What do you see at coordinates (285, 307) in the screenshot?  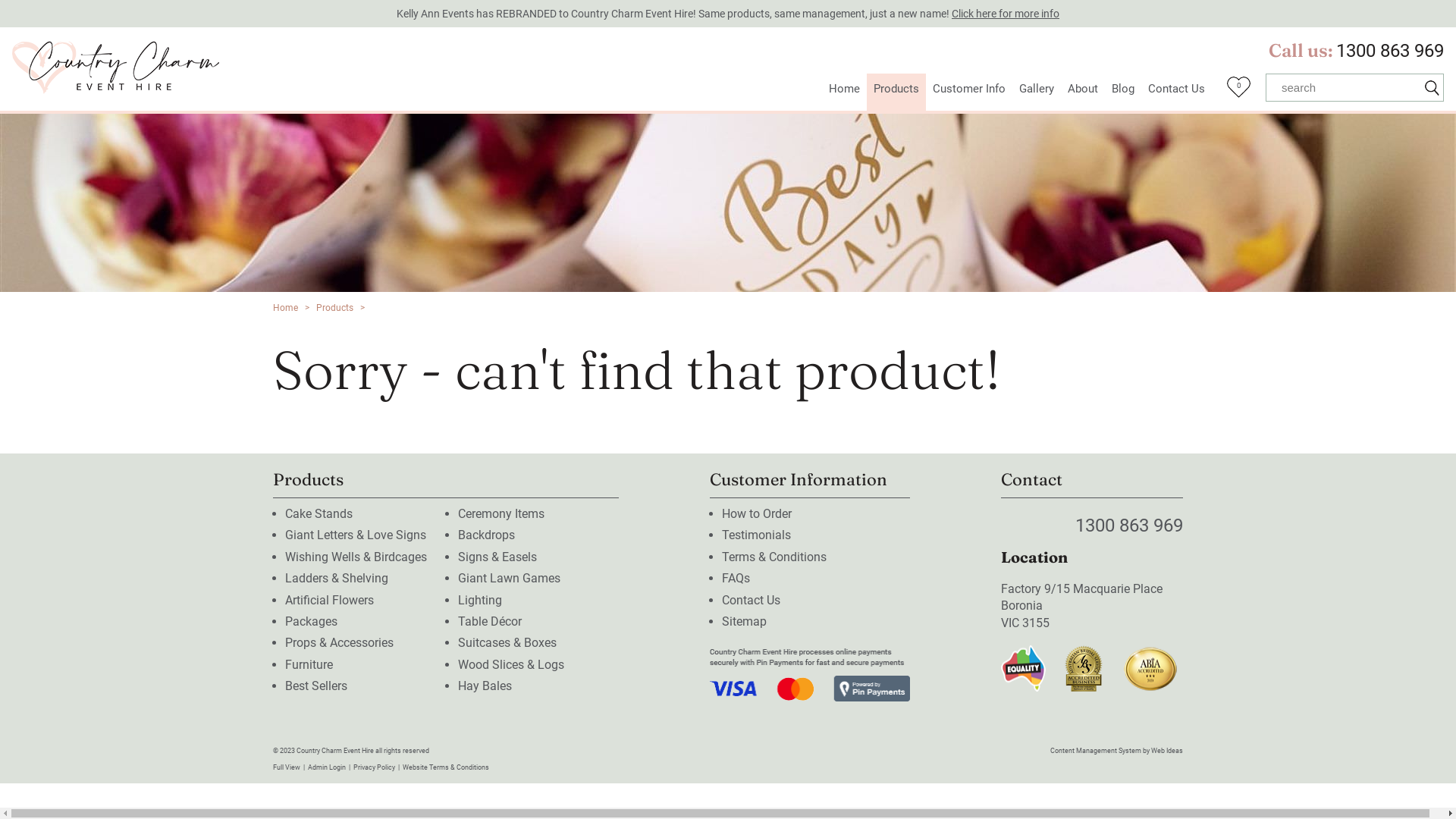 I see `'Home'` at bounding box center [285, 307].